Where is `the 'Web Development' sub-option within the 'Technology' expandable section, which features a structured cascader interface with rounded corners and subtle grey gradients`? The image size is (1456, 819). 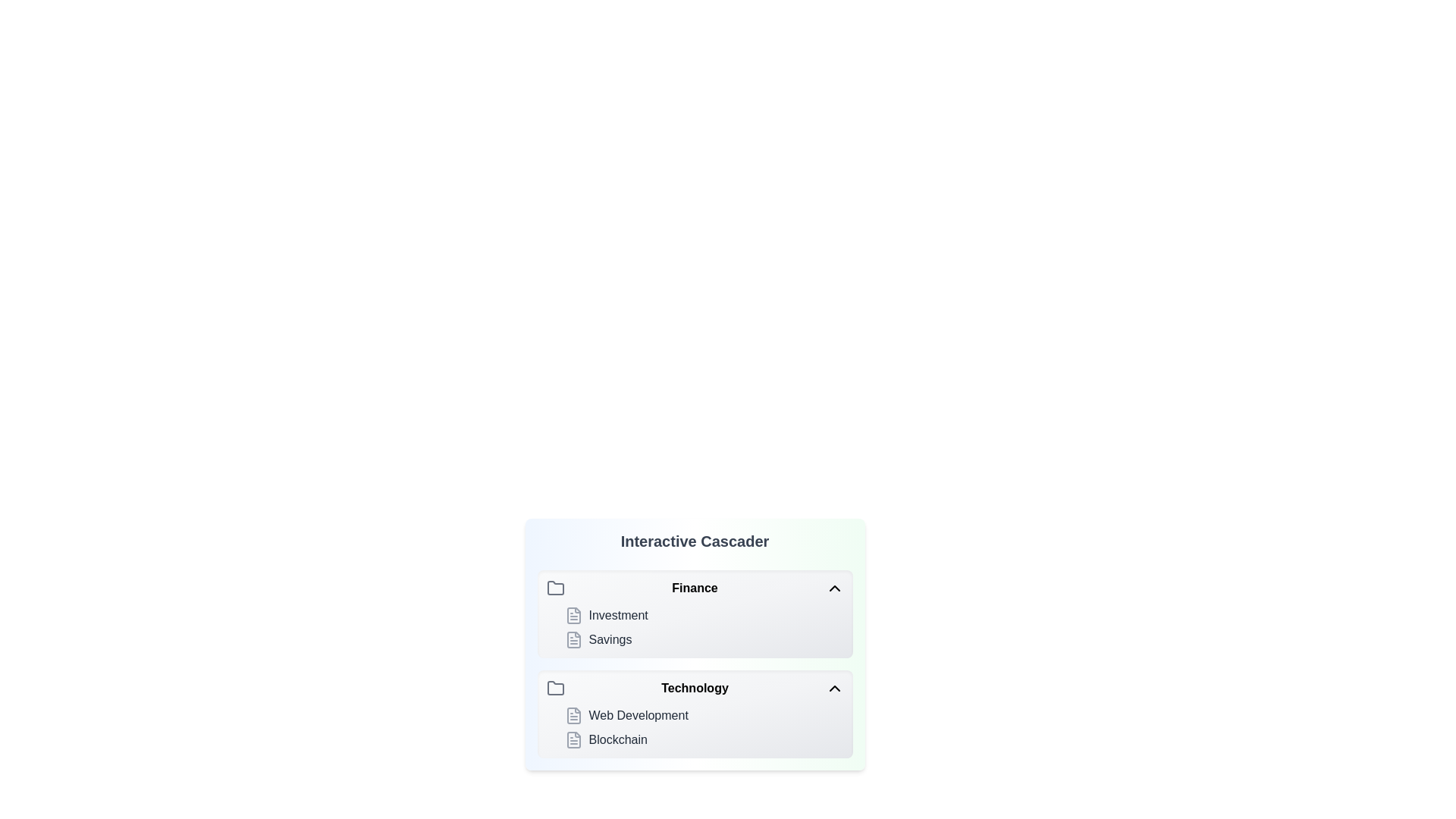
the 'Web Development' sub-option within the 'Technology' expandable section, which features a structured cascader interface with rounded corners and subtle grey gradients is located at coordinates (694, 714).